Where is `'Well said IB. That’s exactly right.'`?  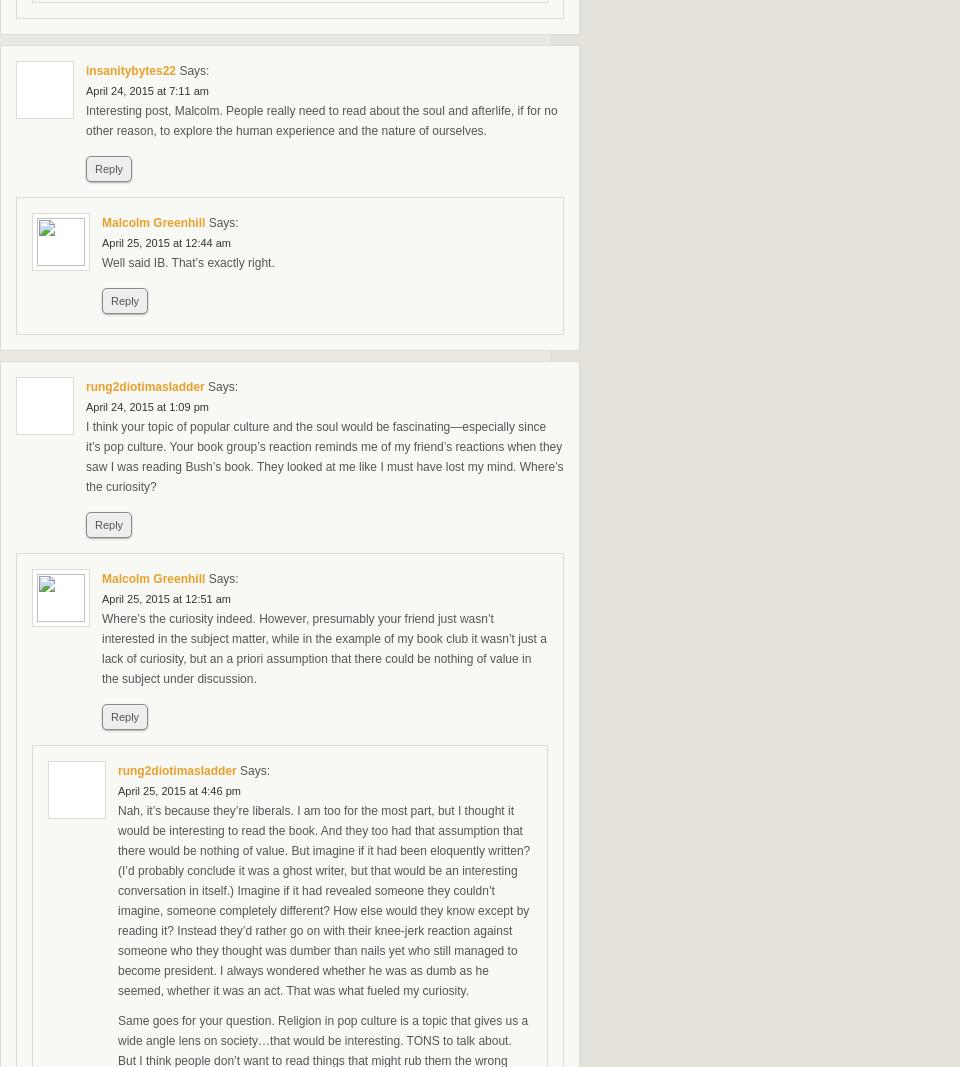 'Well said IB. That’s exactly right.' is located at coordinates (187, 263).